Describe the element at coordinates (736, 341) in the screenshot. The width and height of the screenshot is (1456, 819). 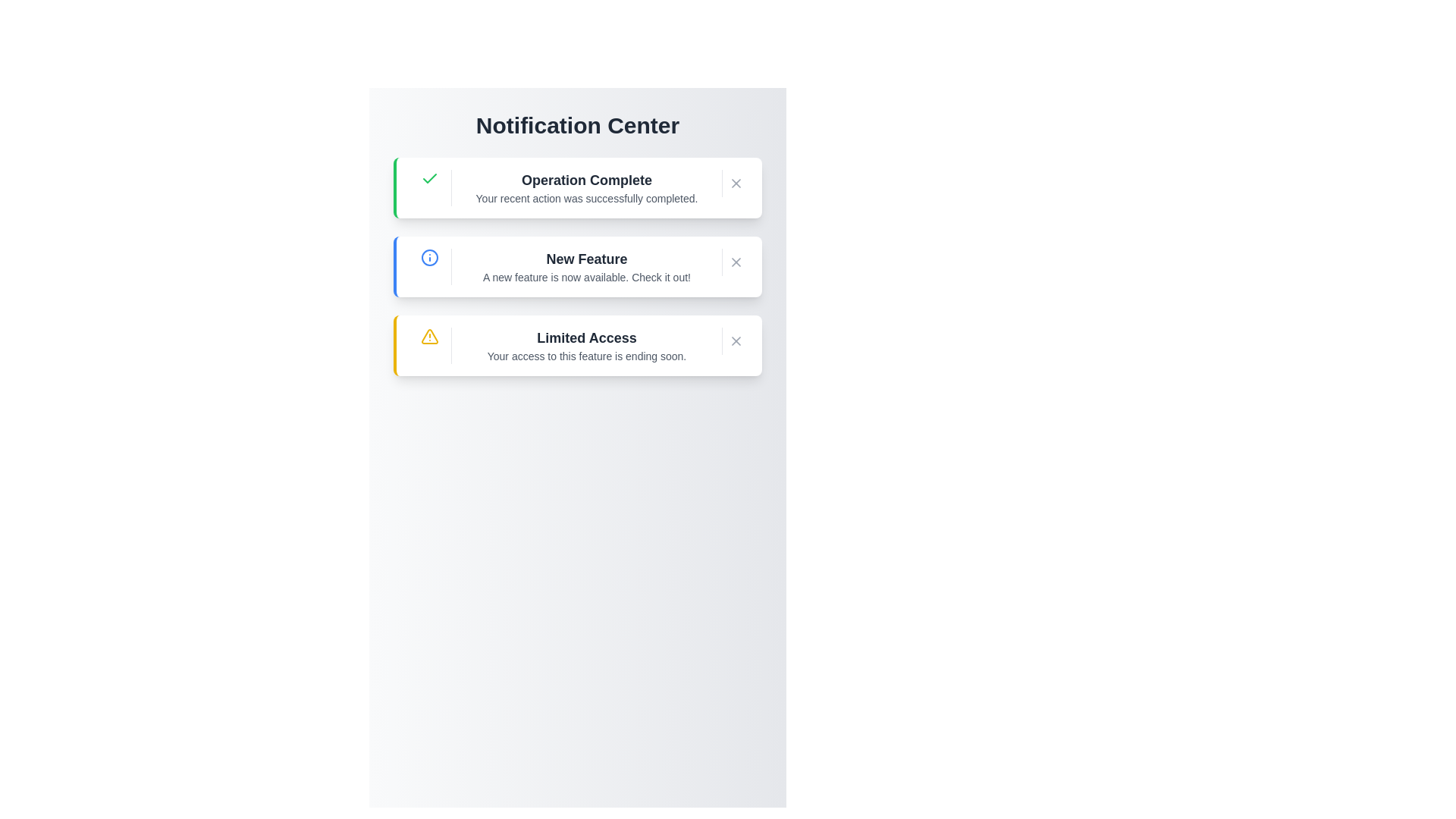
I see `the circular close button with an 'X' icon located at the top-right corner of the notification card that says 'Limited Access'` at that location.